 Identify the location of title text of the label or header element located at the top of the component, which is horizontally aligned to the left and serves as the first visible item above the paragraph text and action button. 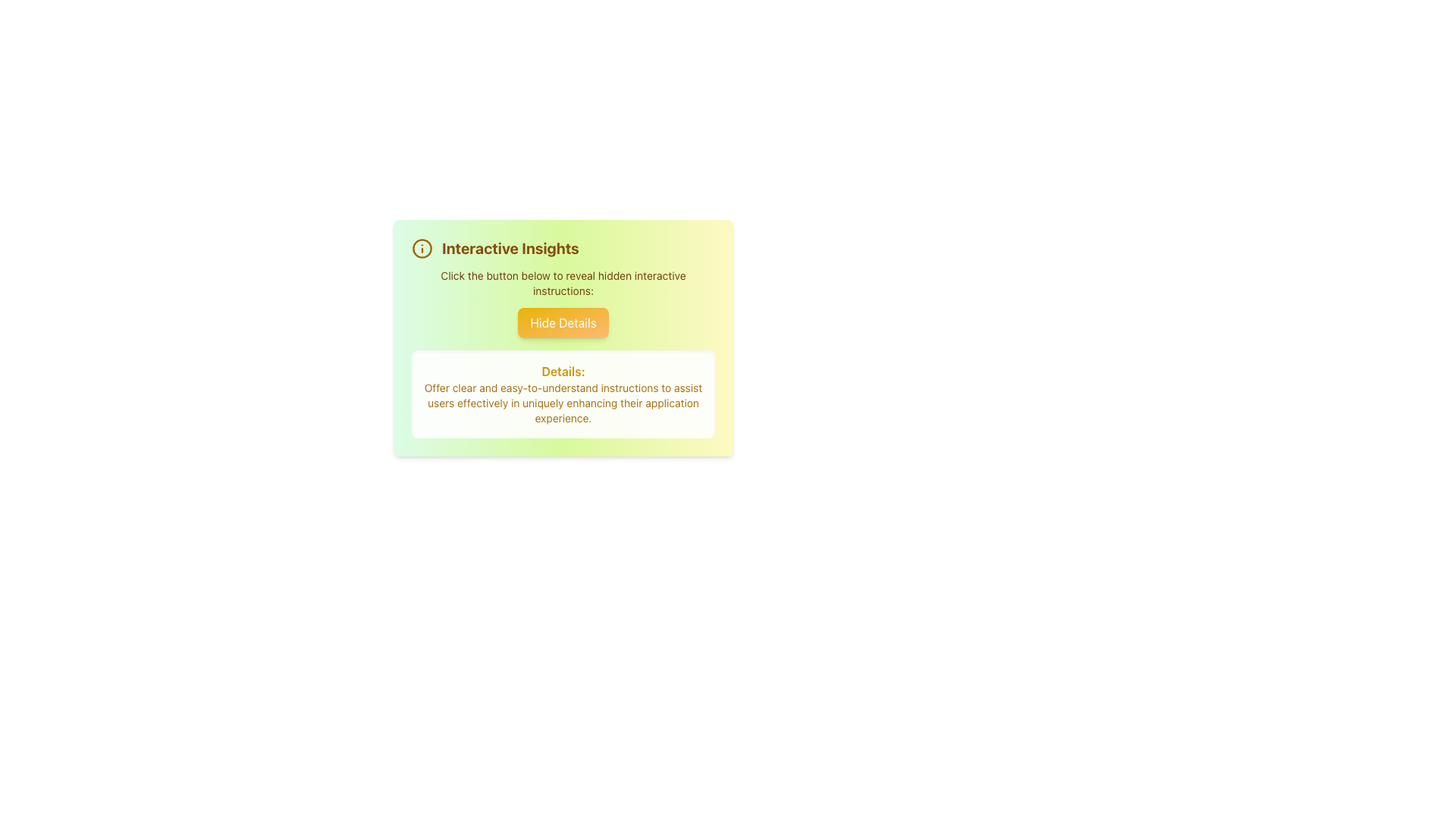
(563, 247).